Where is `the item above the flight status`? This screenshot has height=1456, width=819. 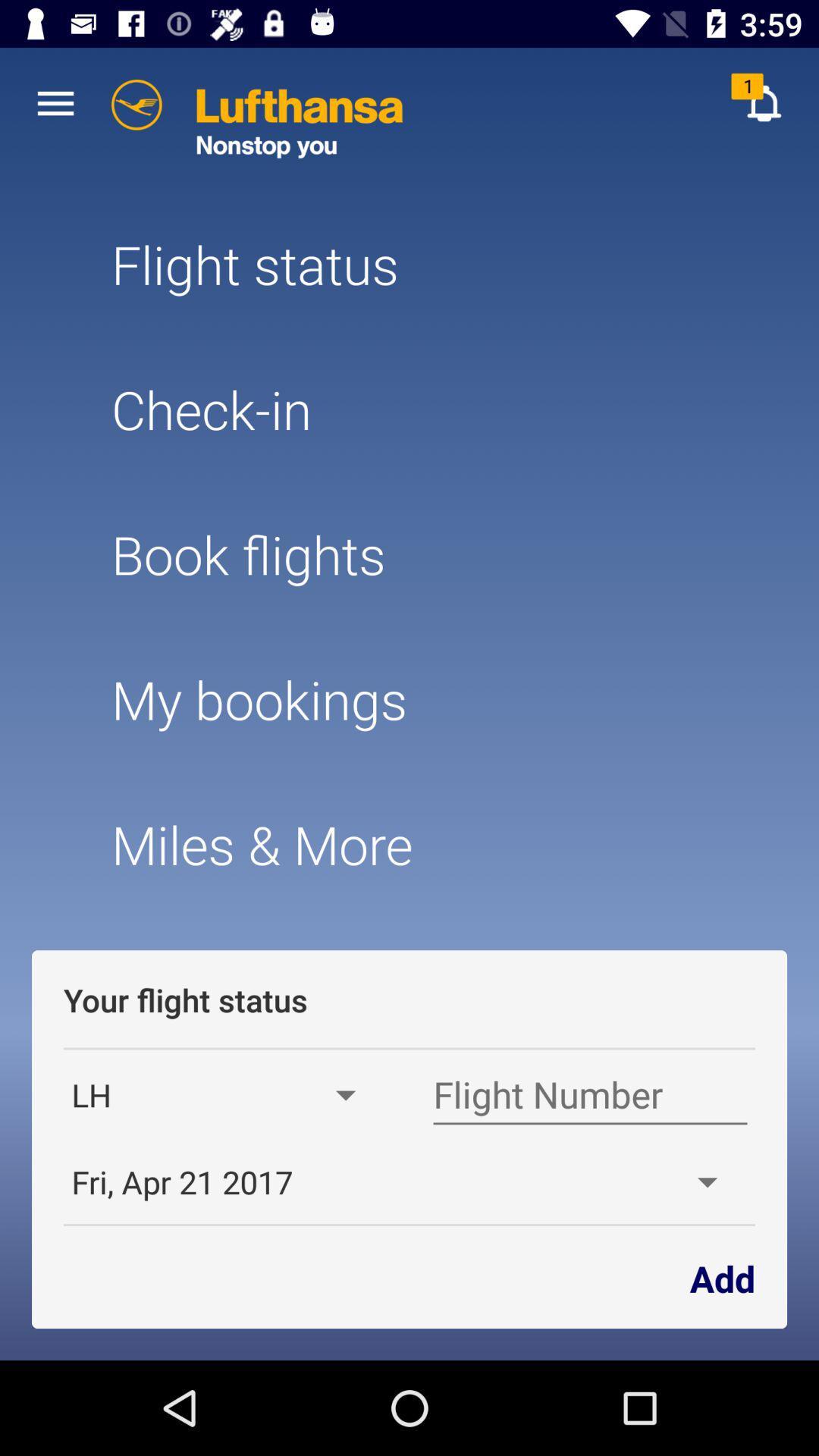
the item above the flight status is located at coordinates (763, 102).